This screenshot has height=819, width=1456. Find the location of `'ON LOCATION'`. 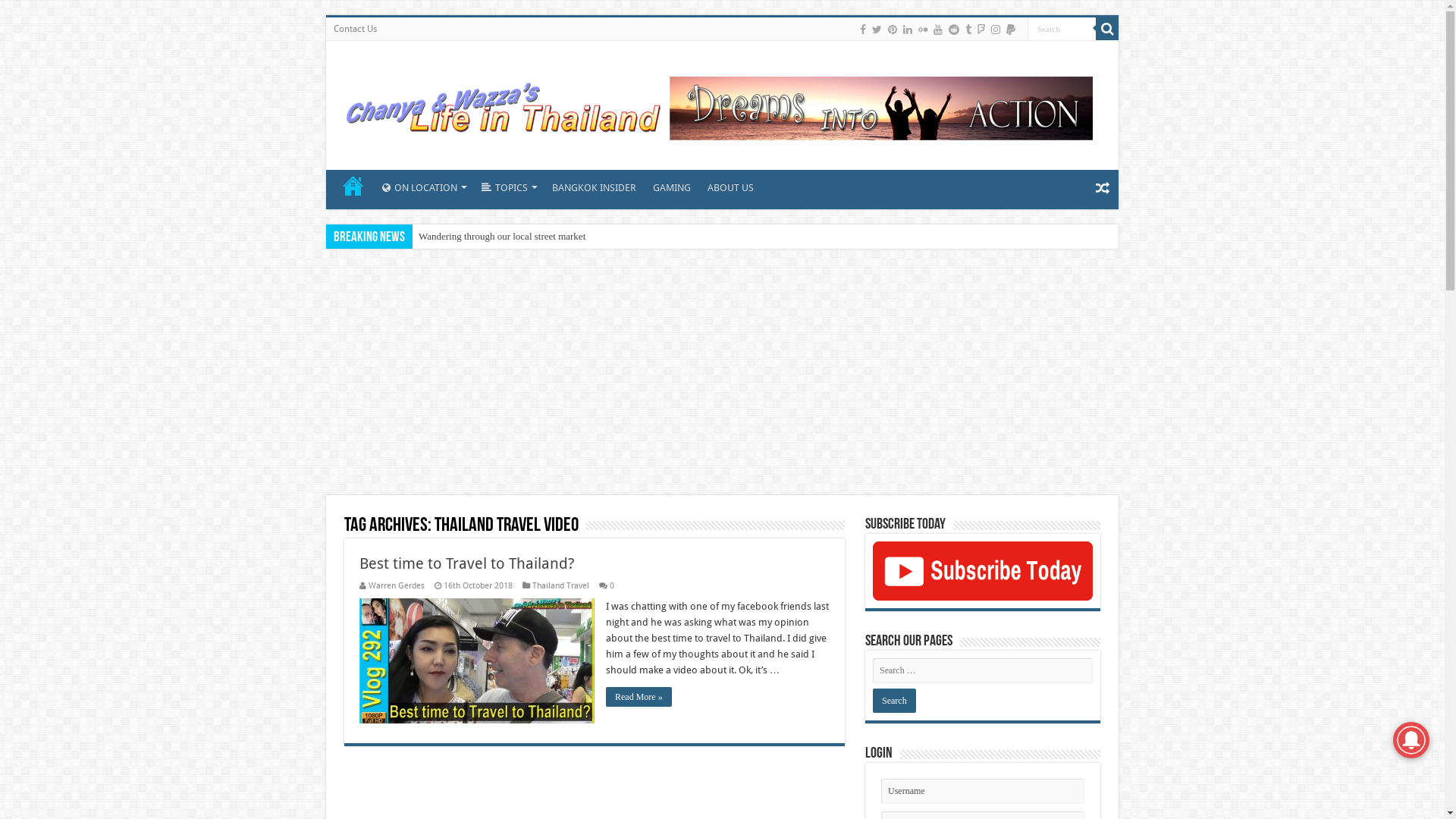

'ON LOCATION' is located at coordinates (422, 185).